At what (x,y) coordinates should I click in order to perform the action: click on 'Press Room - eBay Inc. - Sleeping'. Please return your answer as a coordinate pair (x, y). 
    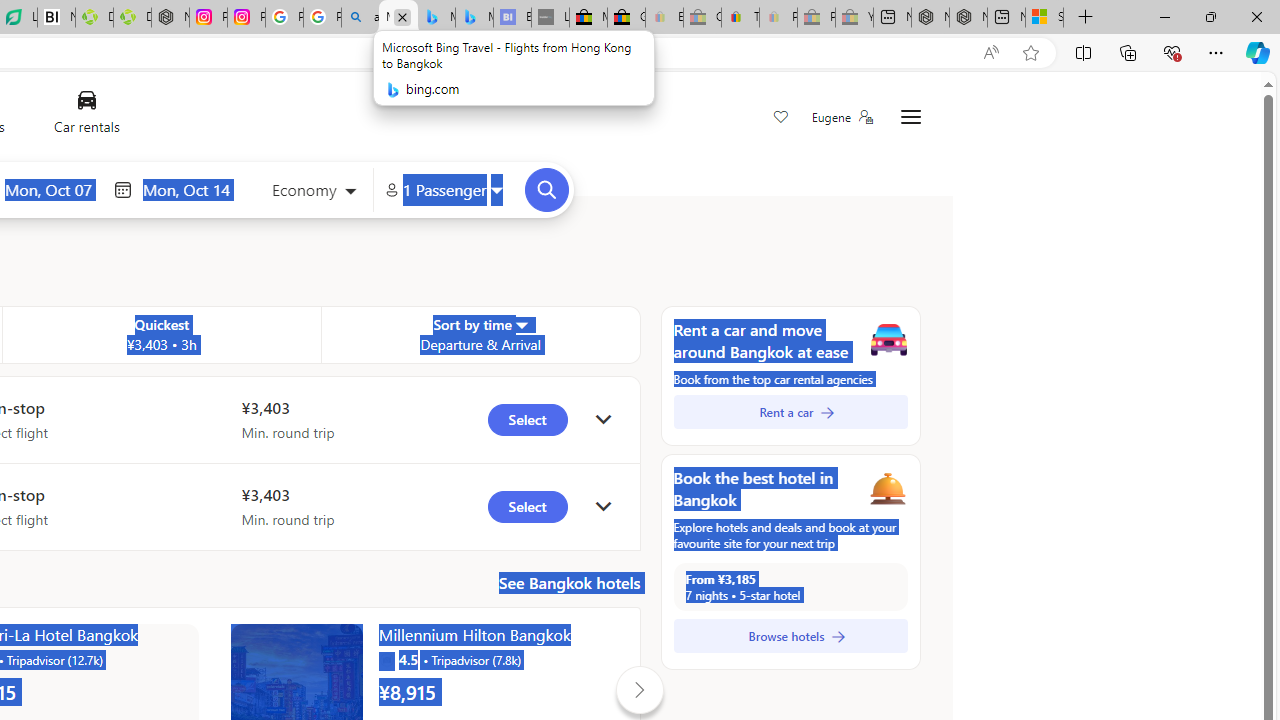
    Looking at the image, I should click on (816, 17).